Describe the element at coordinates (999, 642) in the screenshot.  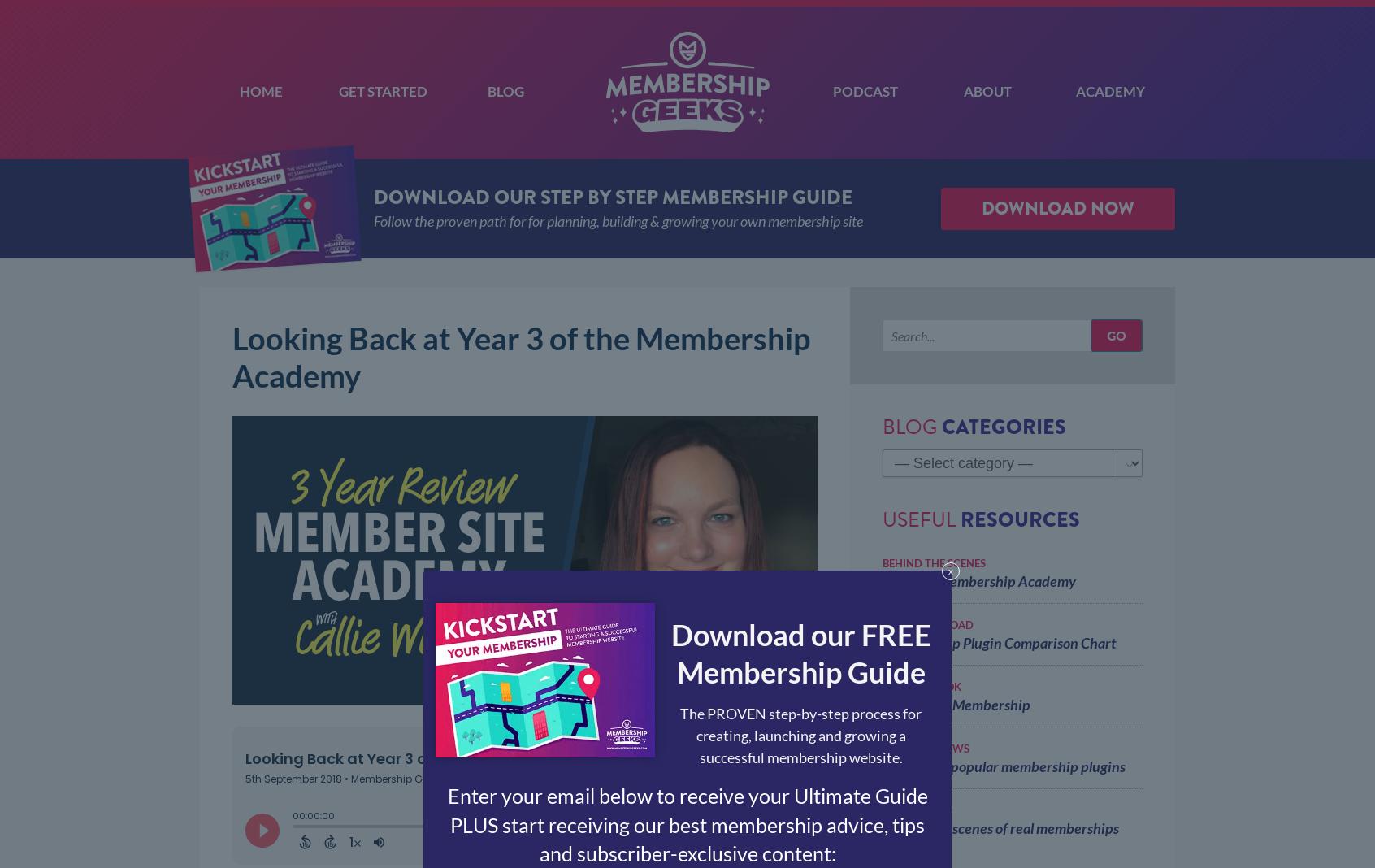
I see `'Membership Plugin Comparison Chart'` at that location.